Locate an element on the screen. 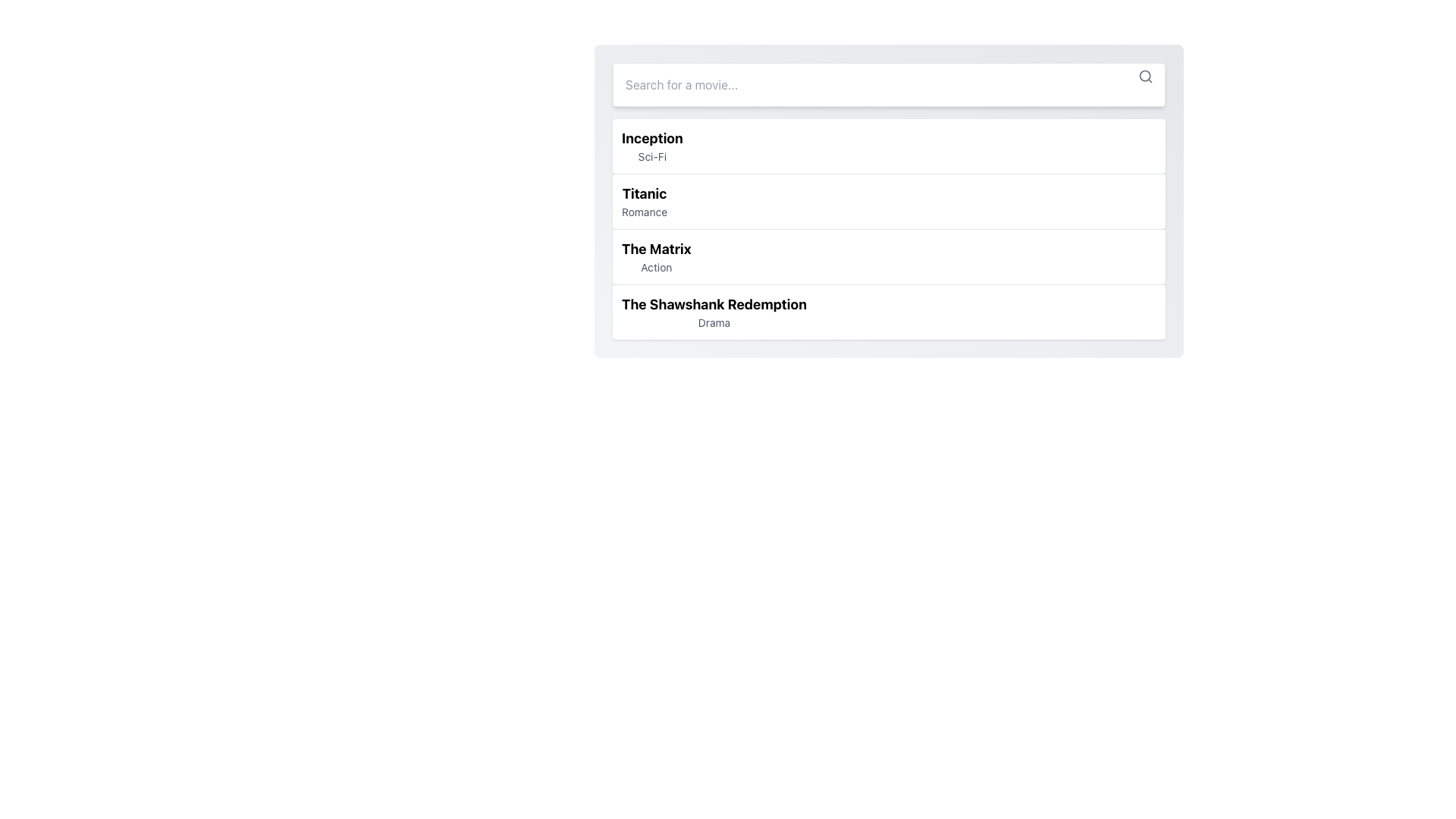  the list item titled 'The Shawshank Redemption' is located at coordinates (889, 311).